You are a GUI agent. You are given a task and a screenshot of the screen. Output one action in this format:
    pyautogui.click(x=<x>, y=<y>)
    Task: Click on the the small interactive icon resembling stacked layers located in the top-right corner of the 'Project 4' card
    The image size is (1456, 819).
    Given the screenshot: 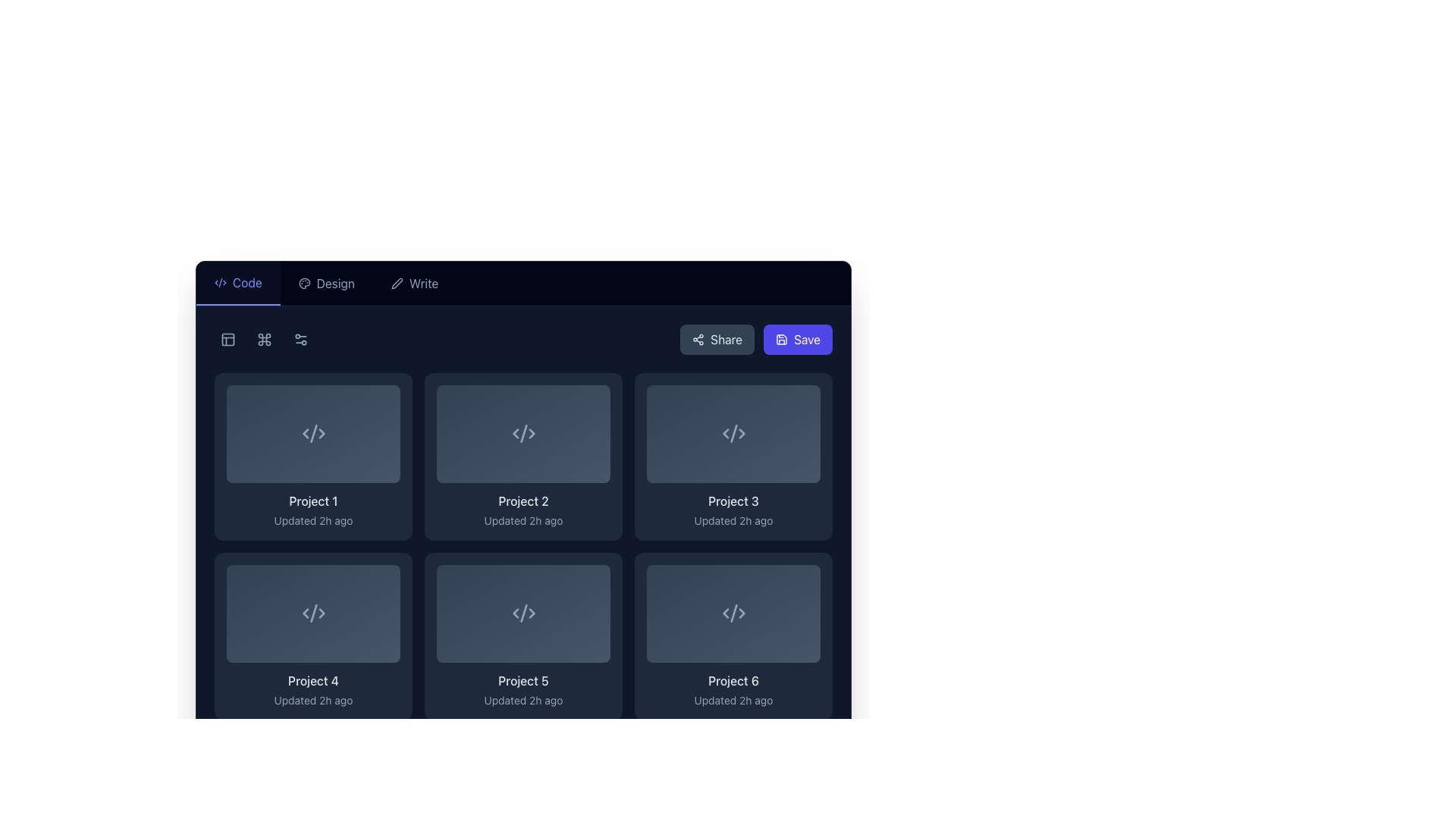 What is the action you would take?
    pyautogui.click(x=397, y=567)
    